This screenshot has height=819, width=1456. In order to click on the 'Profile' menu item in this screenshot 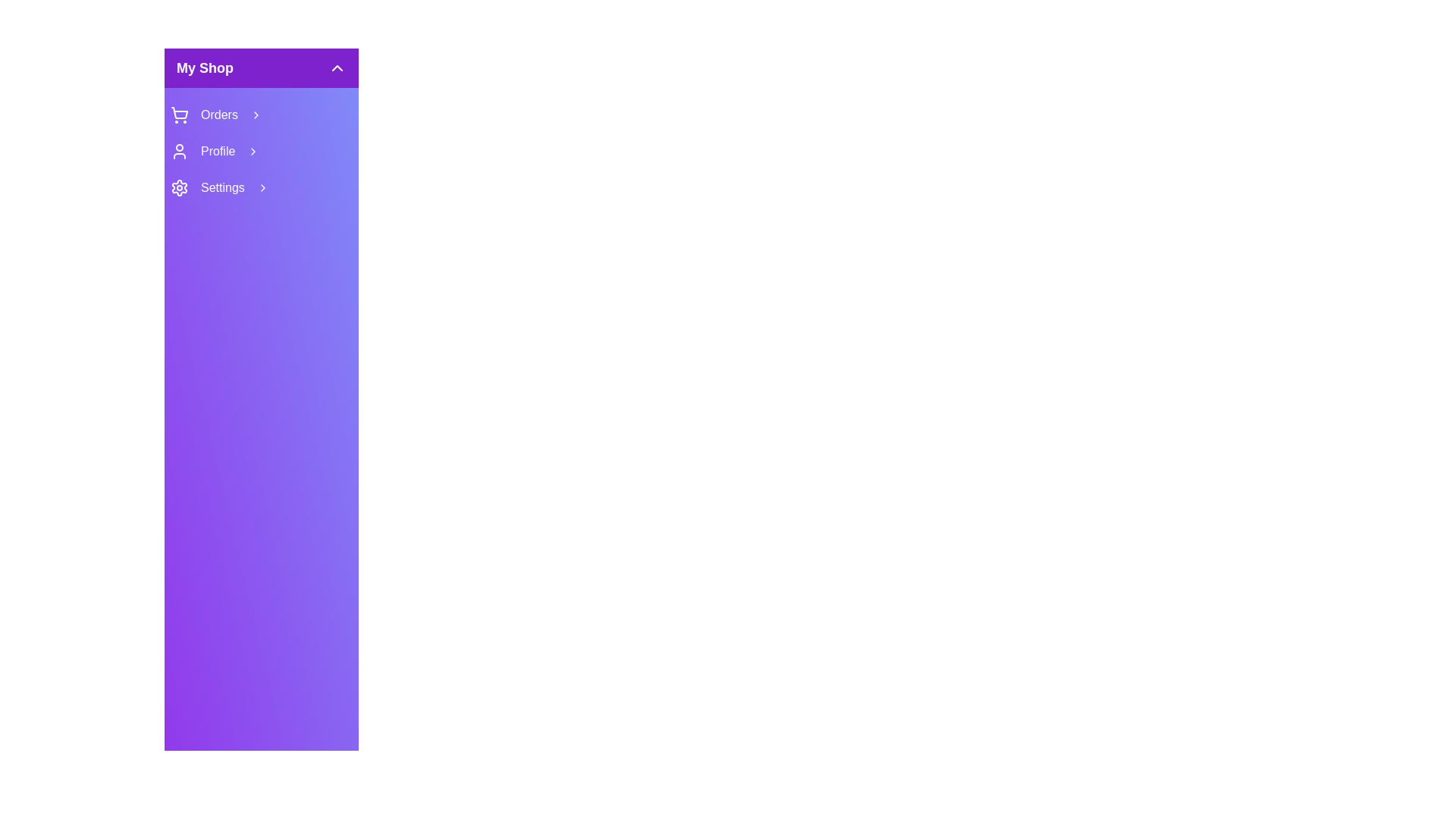, I will do `click(262, 152)`.